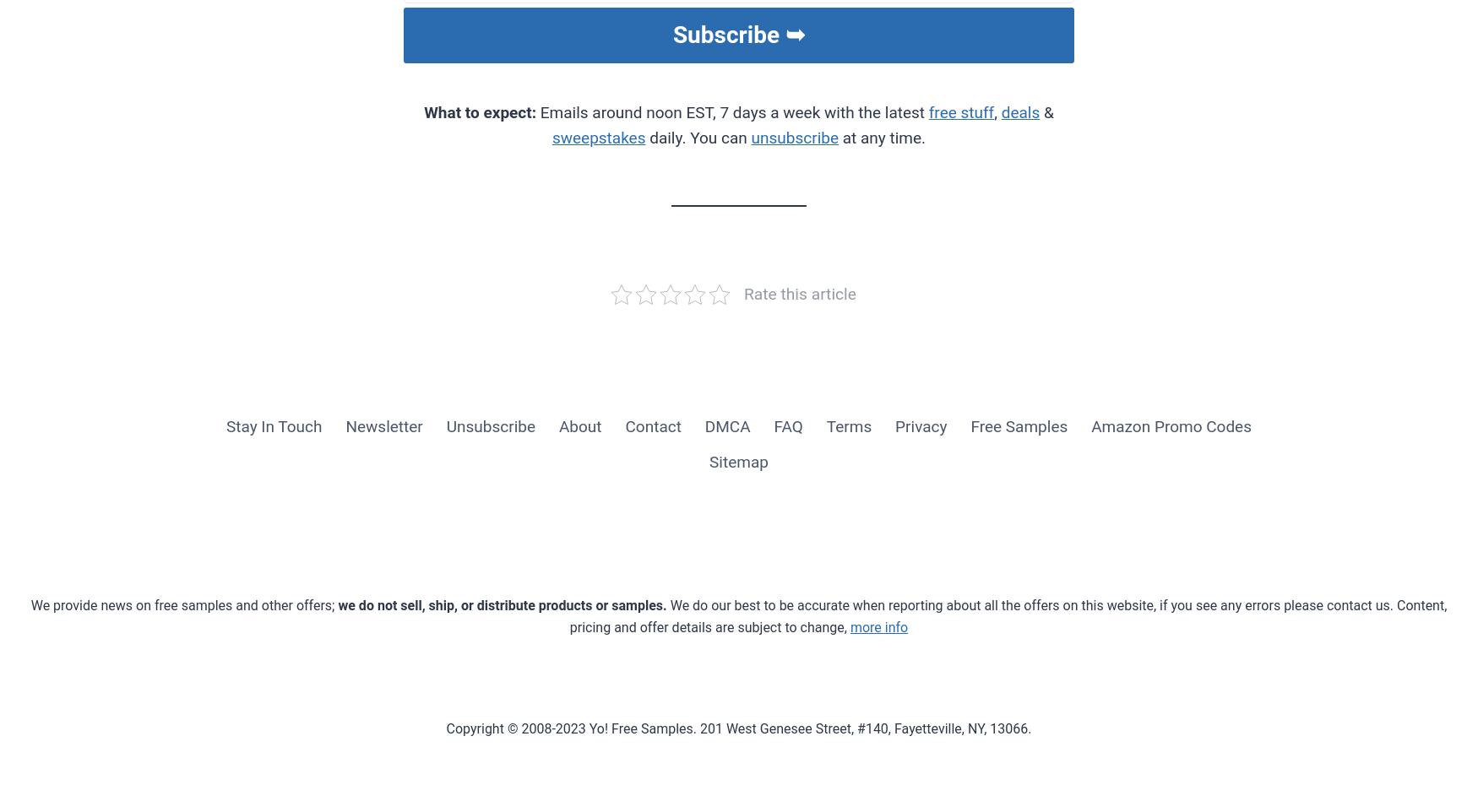  Describe the element at coordinates (734, 111) in the screenshot. I see `'Emails around noon EST, 7 days a week with the latest'` at that location.